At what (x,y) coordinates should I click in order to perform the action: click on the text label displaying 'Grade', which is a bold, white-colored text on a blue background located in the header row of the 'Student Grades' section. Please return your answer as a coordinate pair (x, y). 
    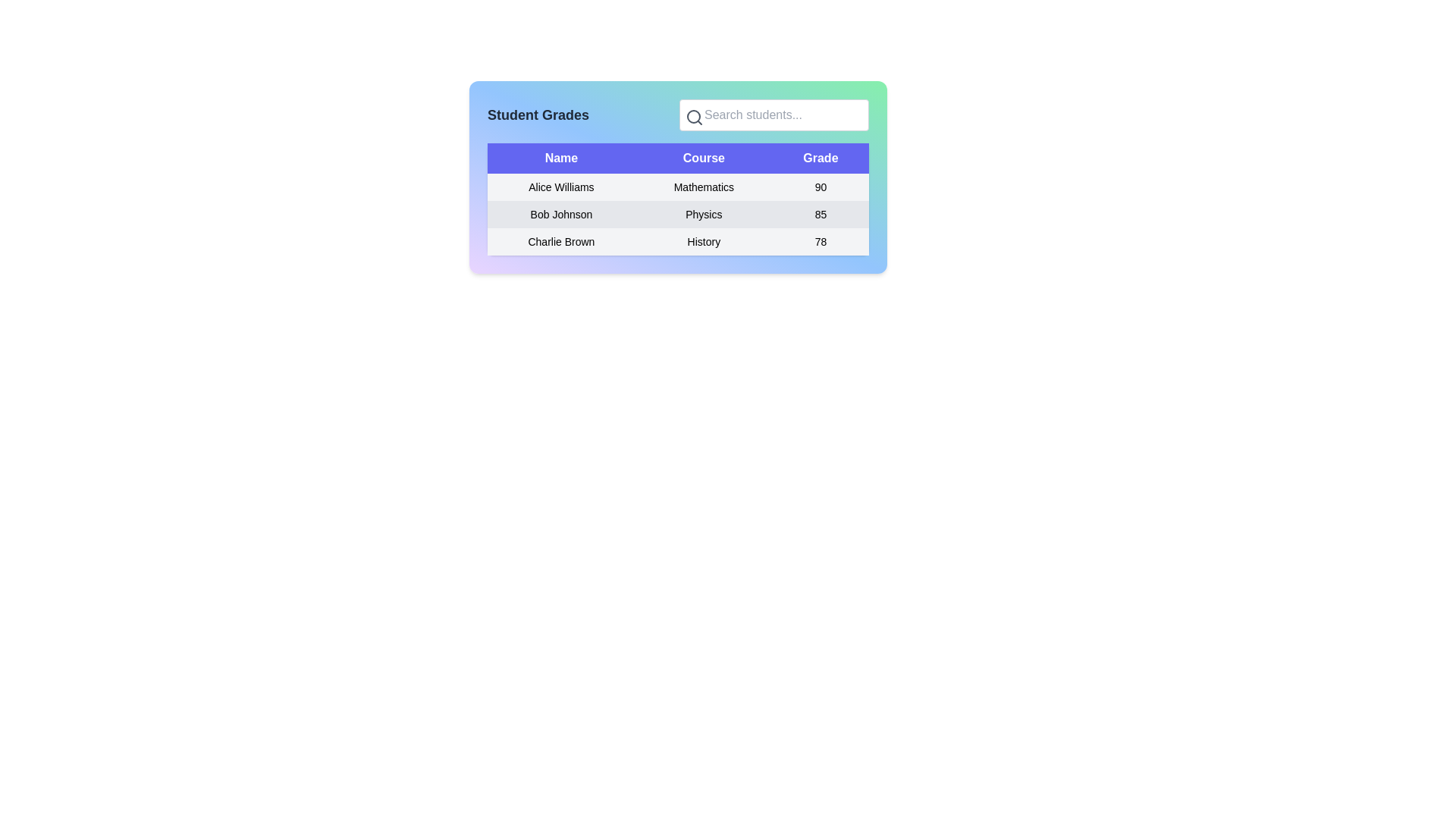
    Looking at the image, I should click on (820, 158).